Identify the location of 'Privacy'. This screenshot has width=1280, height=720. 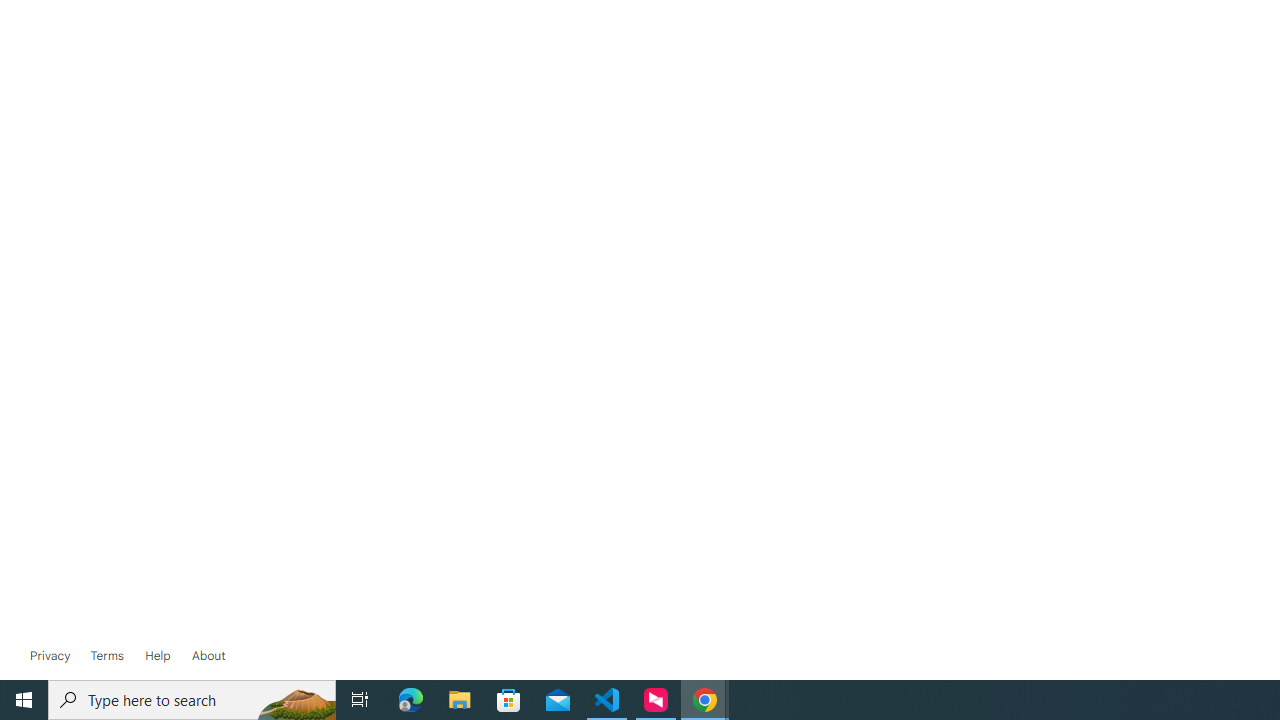
(50, 655).